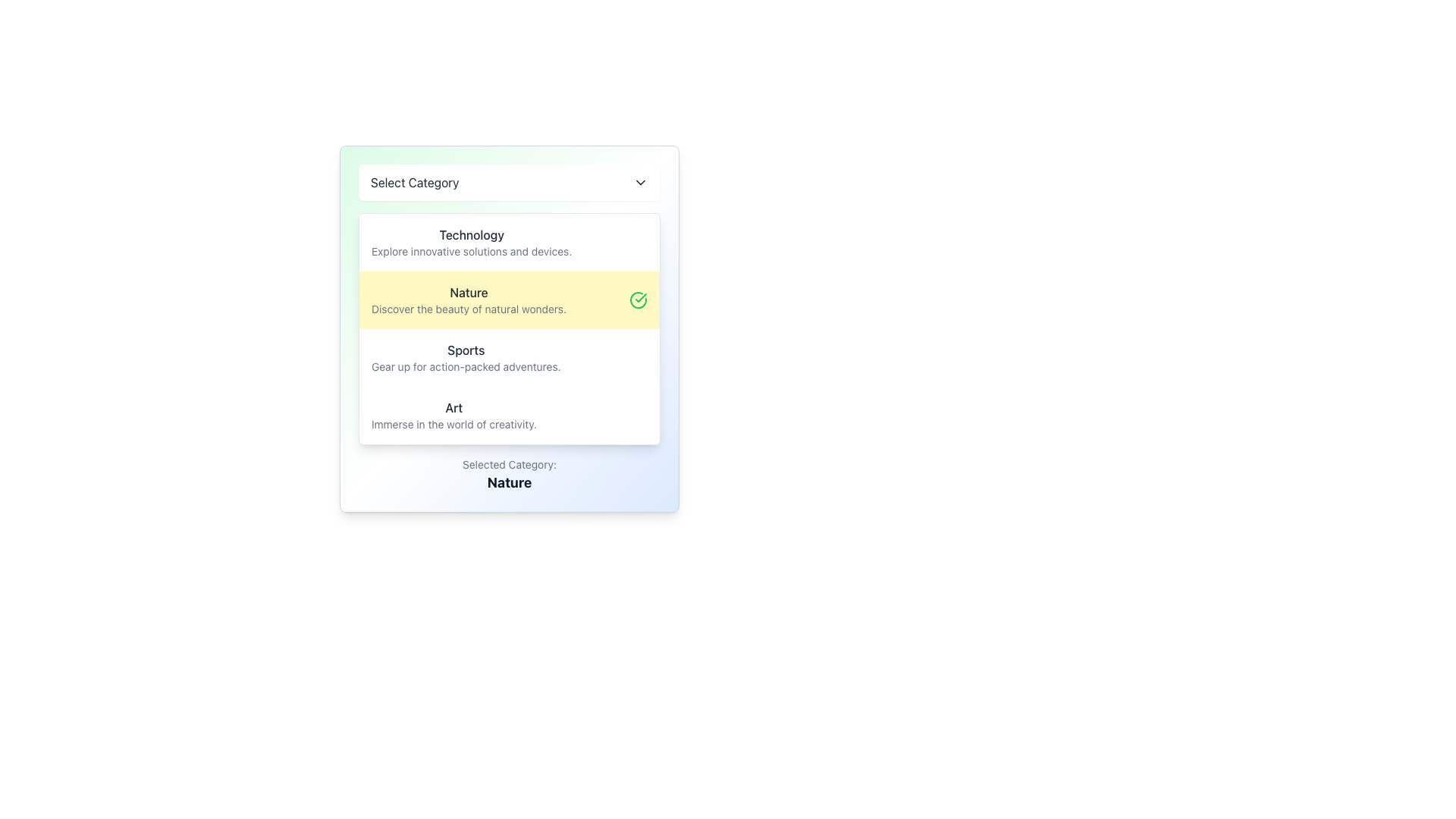  I want to click on to select the 'Nature' category from the dropdown list, which is the second option under 'Select Category' and displays bold text on a pale yellow background, so click(468, 300).